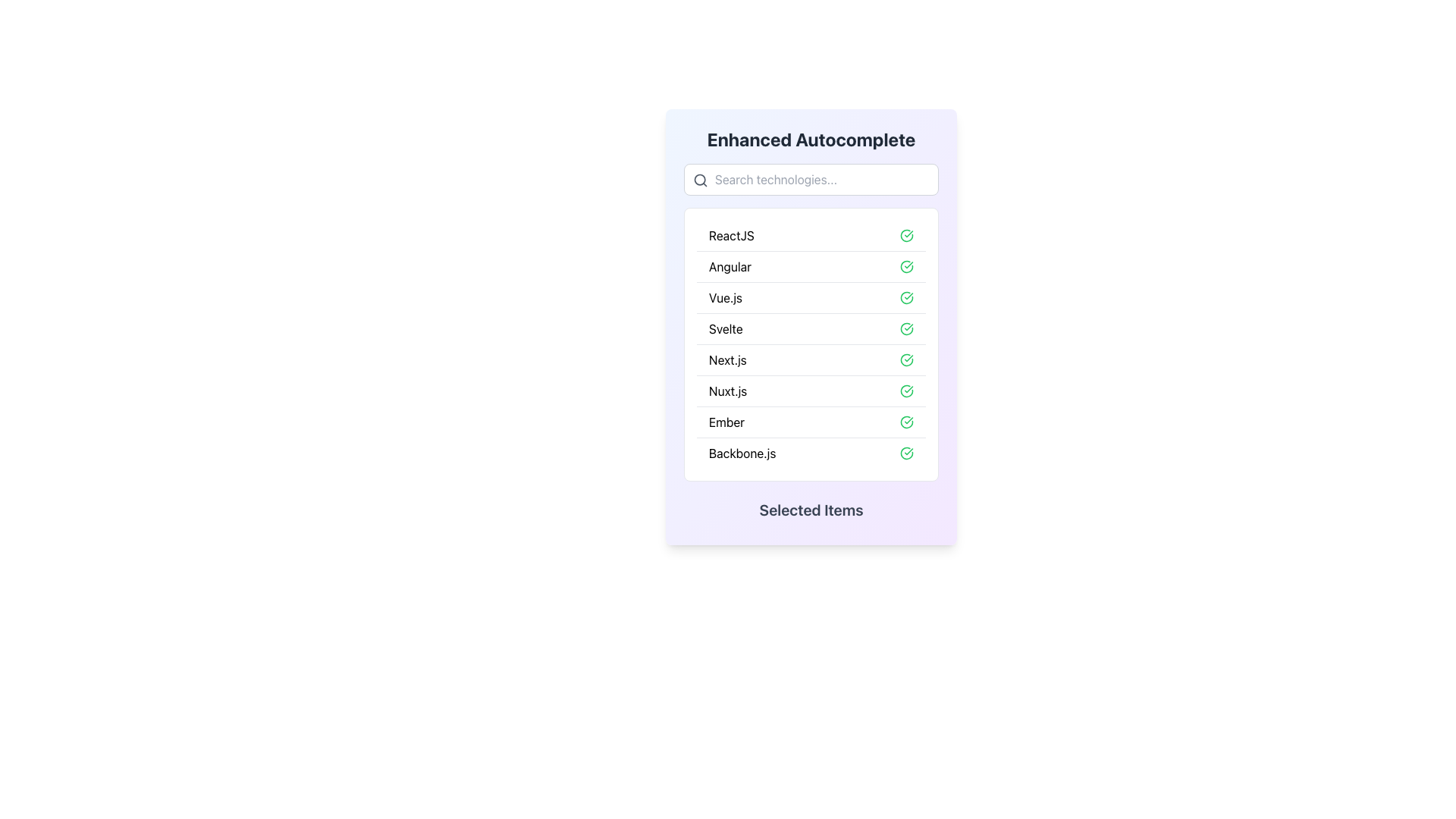 The width and height of the screenshot is (1456, 819). I want to click on the first List Item displaying the text 'ReactJS' for keyboard interaction, so click(811, 236).